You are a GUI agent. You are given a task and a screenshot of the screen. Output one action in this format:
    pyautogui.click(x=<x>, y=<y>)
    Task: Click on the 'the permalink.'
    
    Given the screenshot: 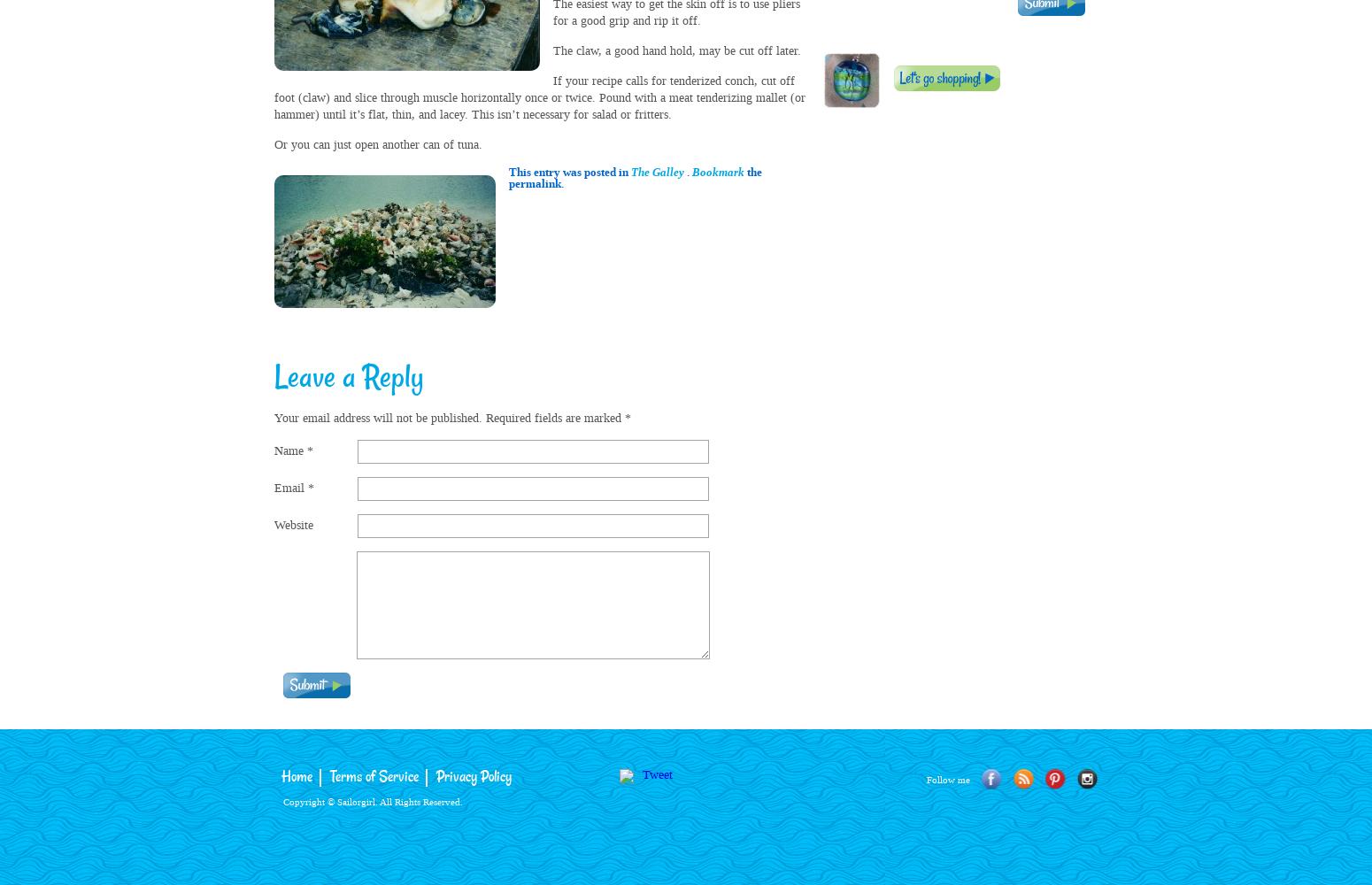 What is the action you would take?
    pyautogui.click(x=509, y=177)
    